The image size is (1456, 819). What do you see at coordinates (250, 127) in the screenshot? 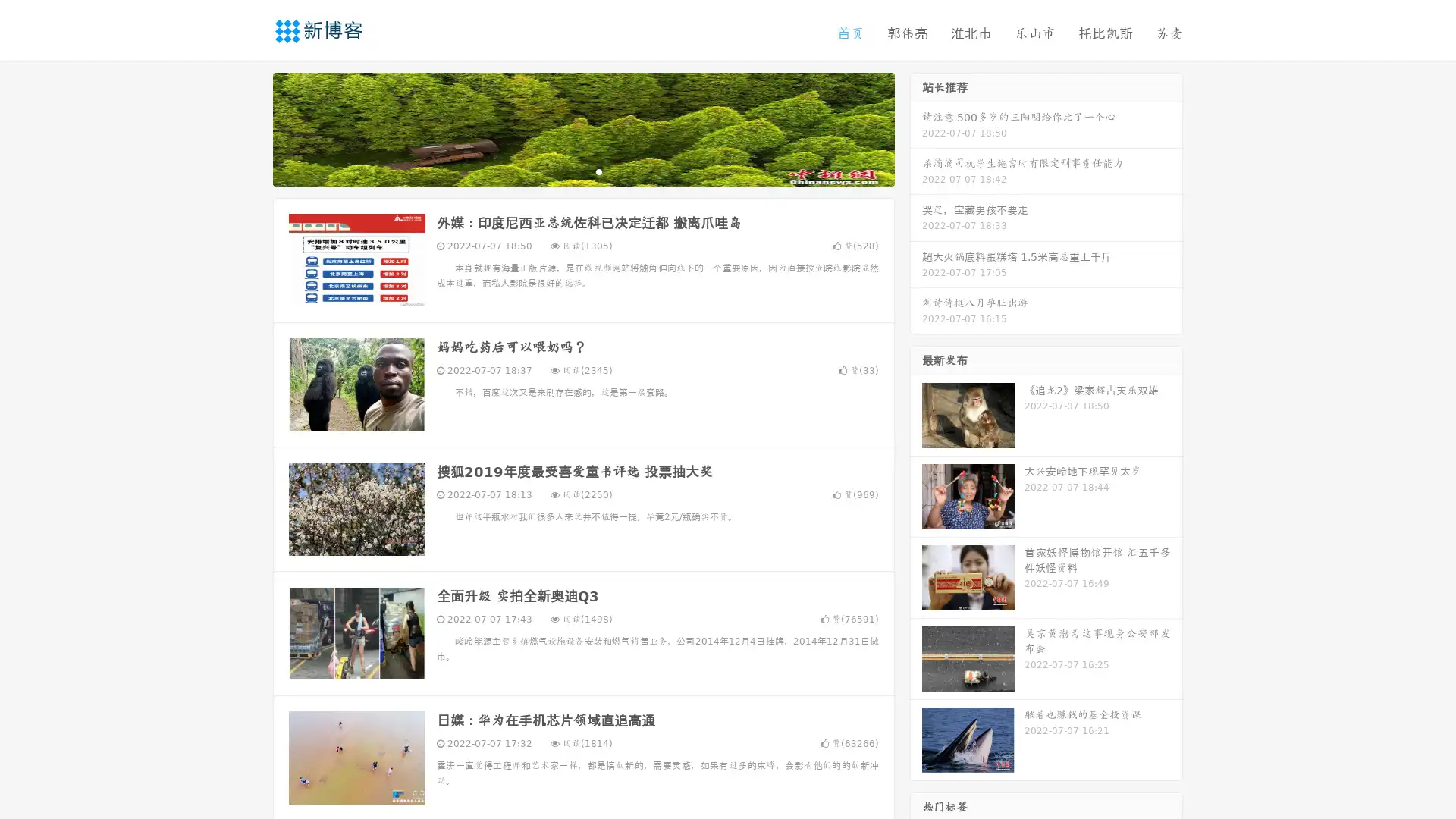
I see `Previous slide` at bounding box center [250, 127].